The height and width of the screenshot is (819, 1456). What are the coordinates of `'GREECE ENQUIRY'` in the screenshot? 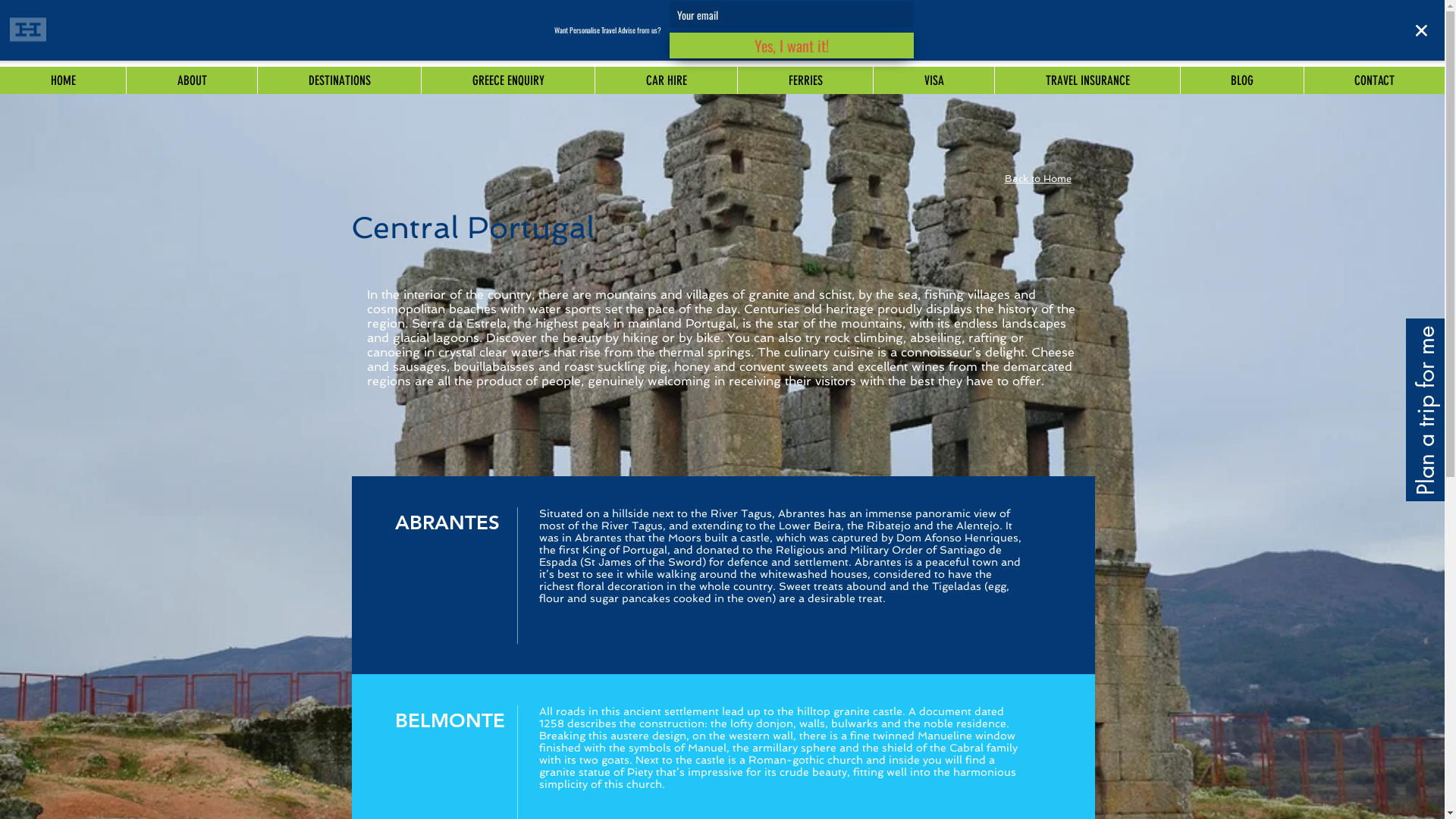 It's located at (507, 80).